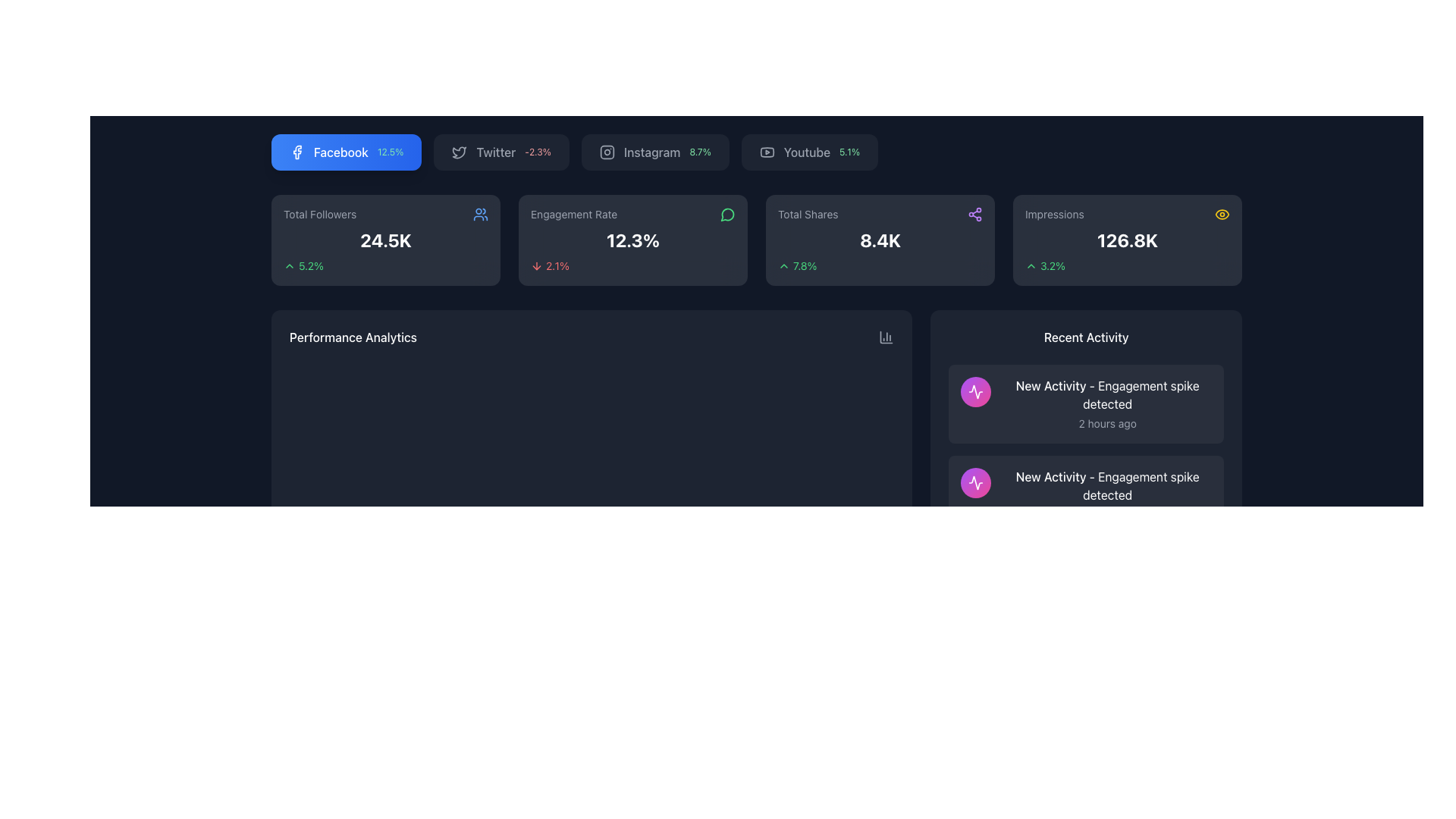 The image size is (1456, 819). I want to click on the YouTube SVG Icon located within the 'Youtube' button in the header section, so click(767, 152).